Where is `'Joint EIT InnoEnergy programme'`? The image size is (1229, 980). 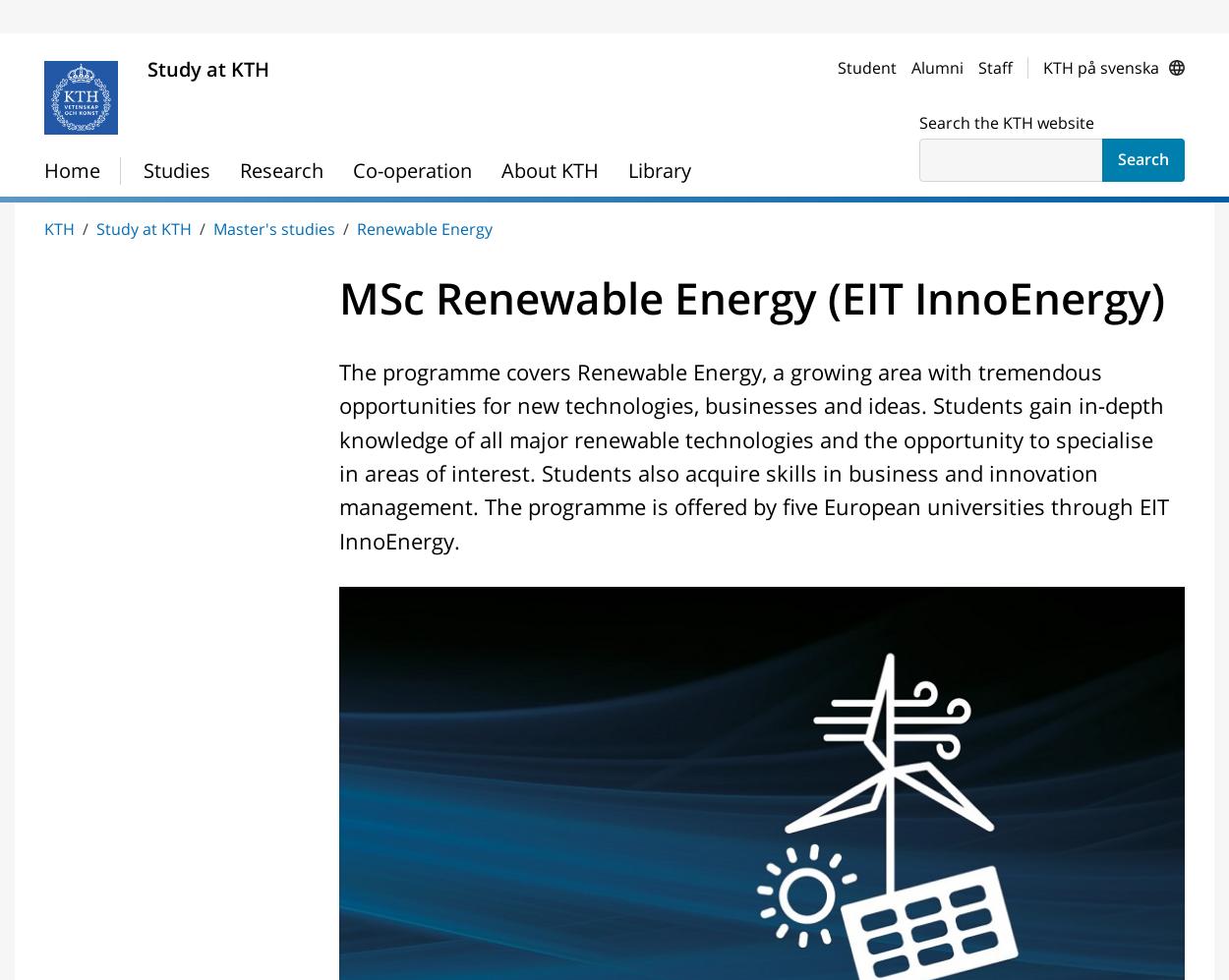
'Joint EIT InnoEnergy programme' is located at coordinates (523, 183).